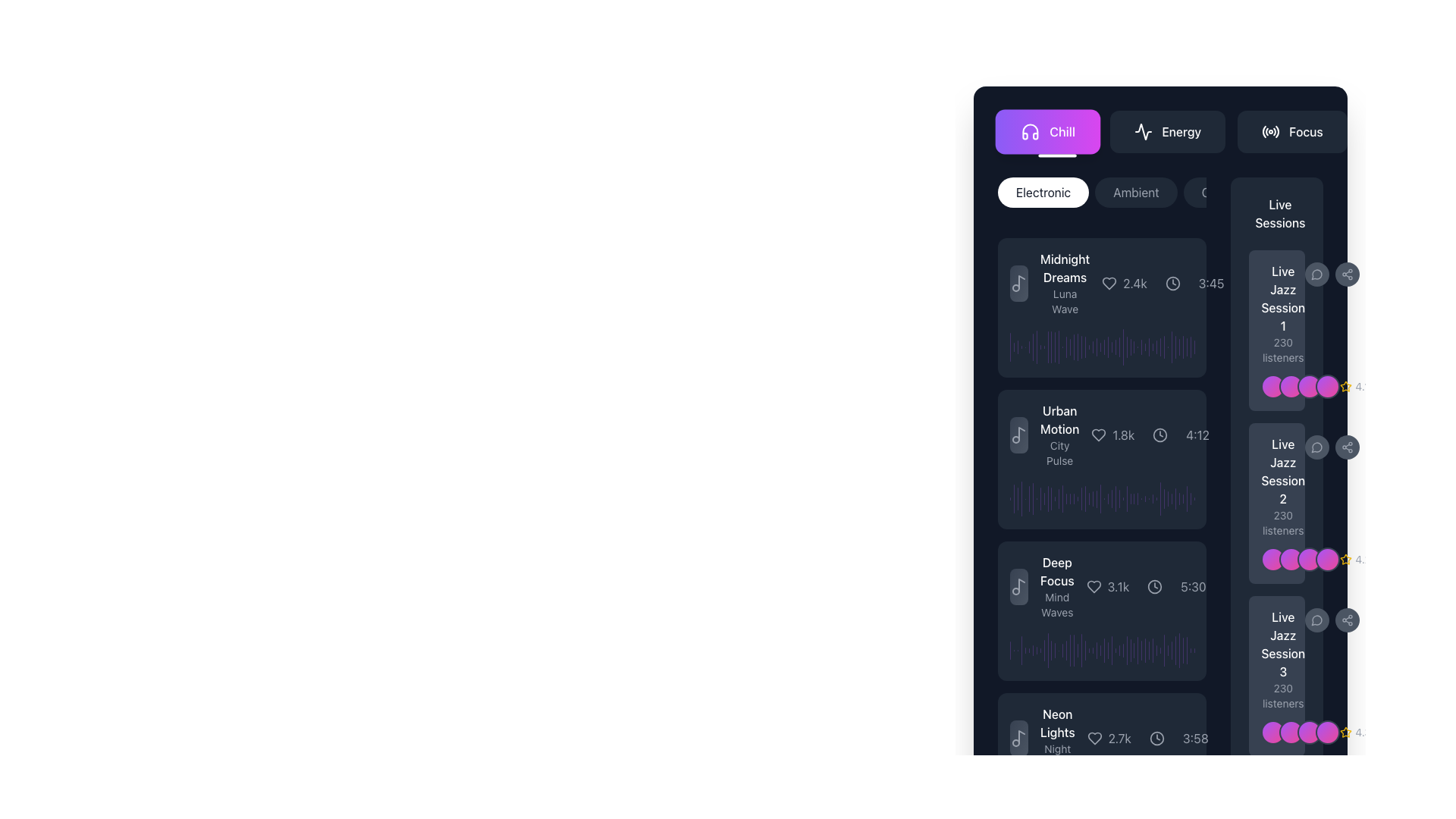  Describe the element at coordinates (1332, 620) in the screenshot. I see `the speech bubble icon located within the 'Live Jazz Session 3' card, positioned at the bottom right corner of the card` at that location.